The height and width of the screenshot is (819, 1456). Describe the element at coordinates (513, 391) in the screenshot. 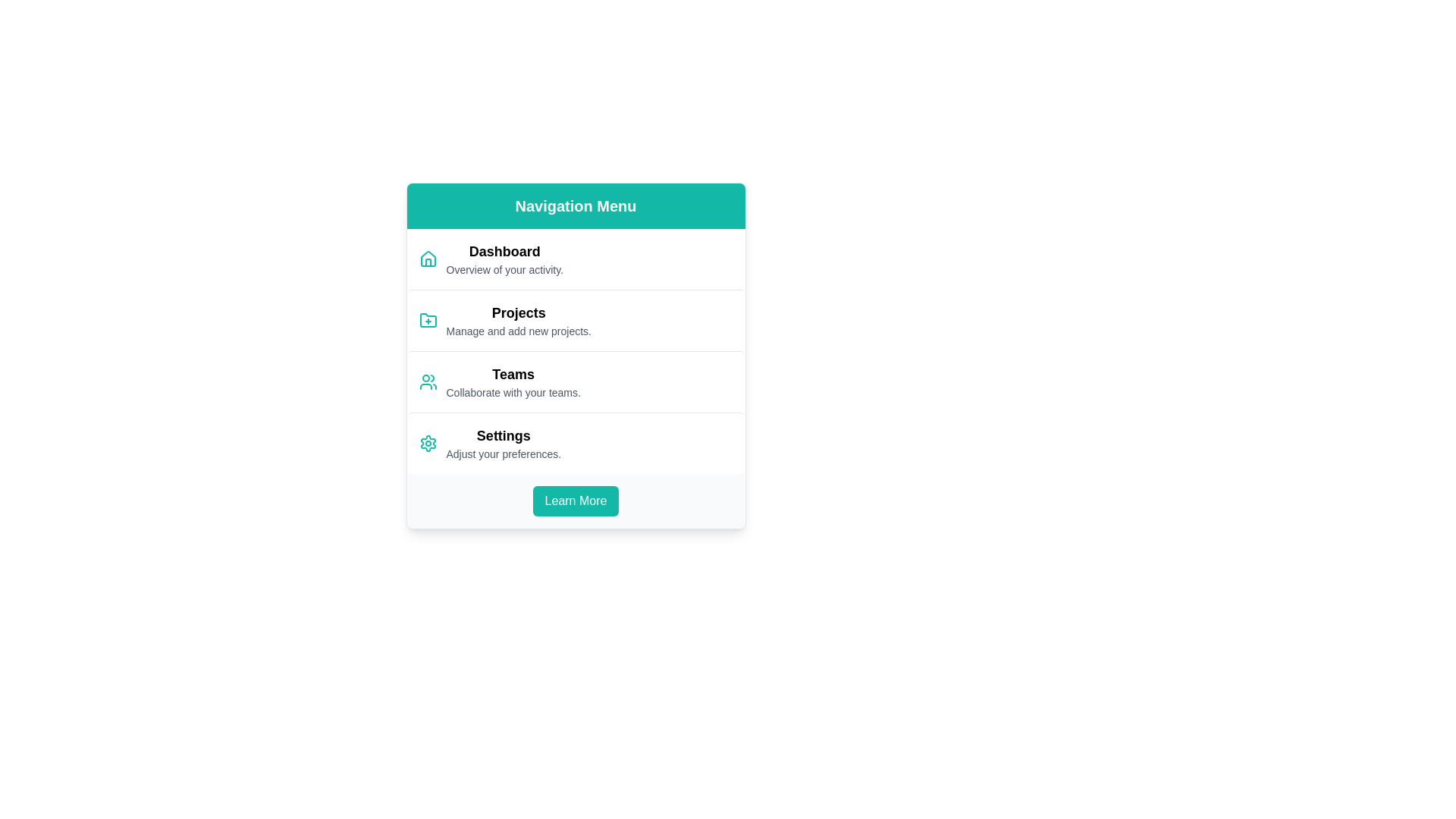

I see `the static text element that provides additional contextual information about the 'Teams' section in the navigation menu, located centrally in the third section under the title 'Teams'` at that location.